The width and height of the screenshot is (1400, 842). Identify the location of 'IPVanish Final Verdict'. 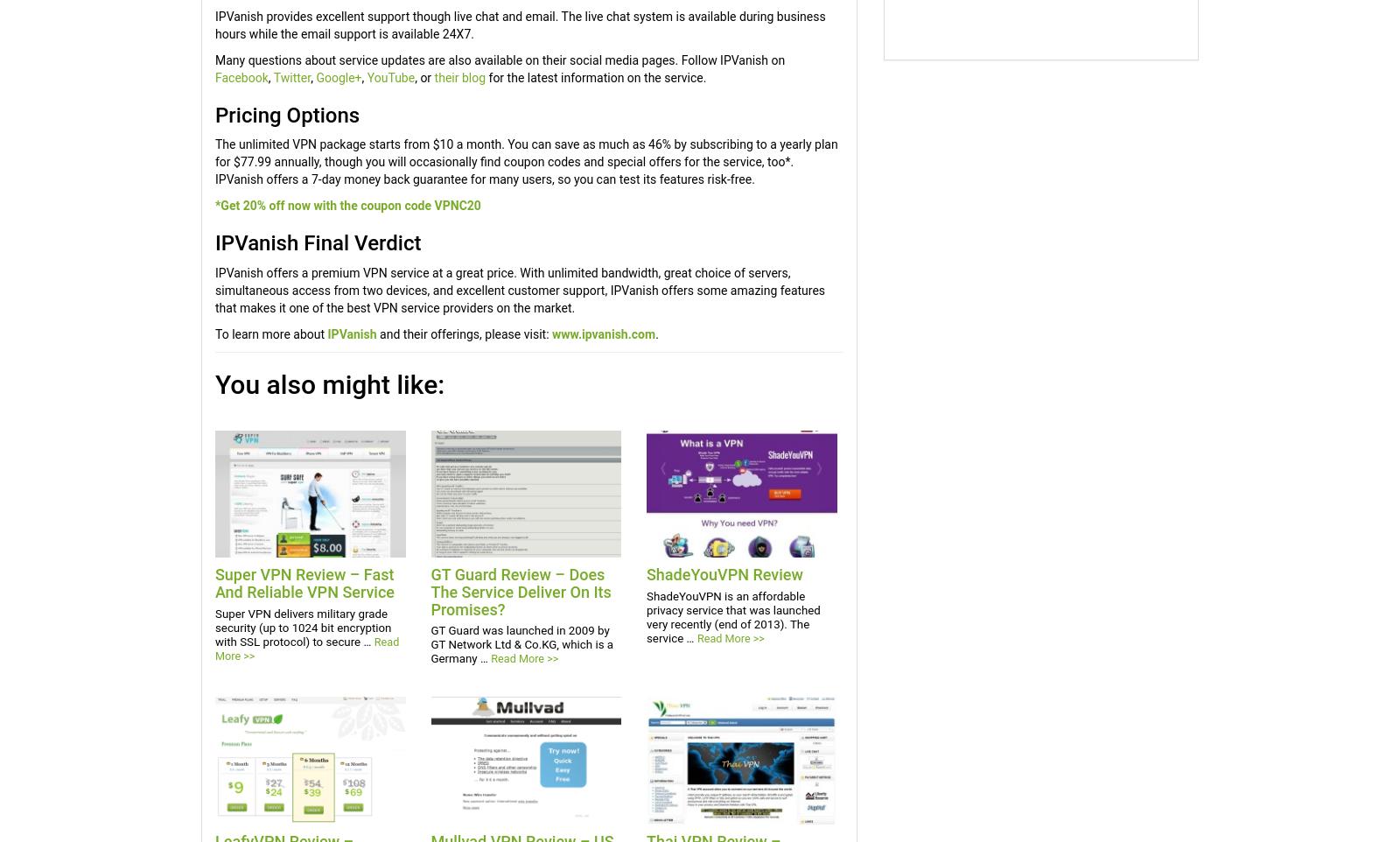
(214, 243).